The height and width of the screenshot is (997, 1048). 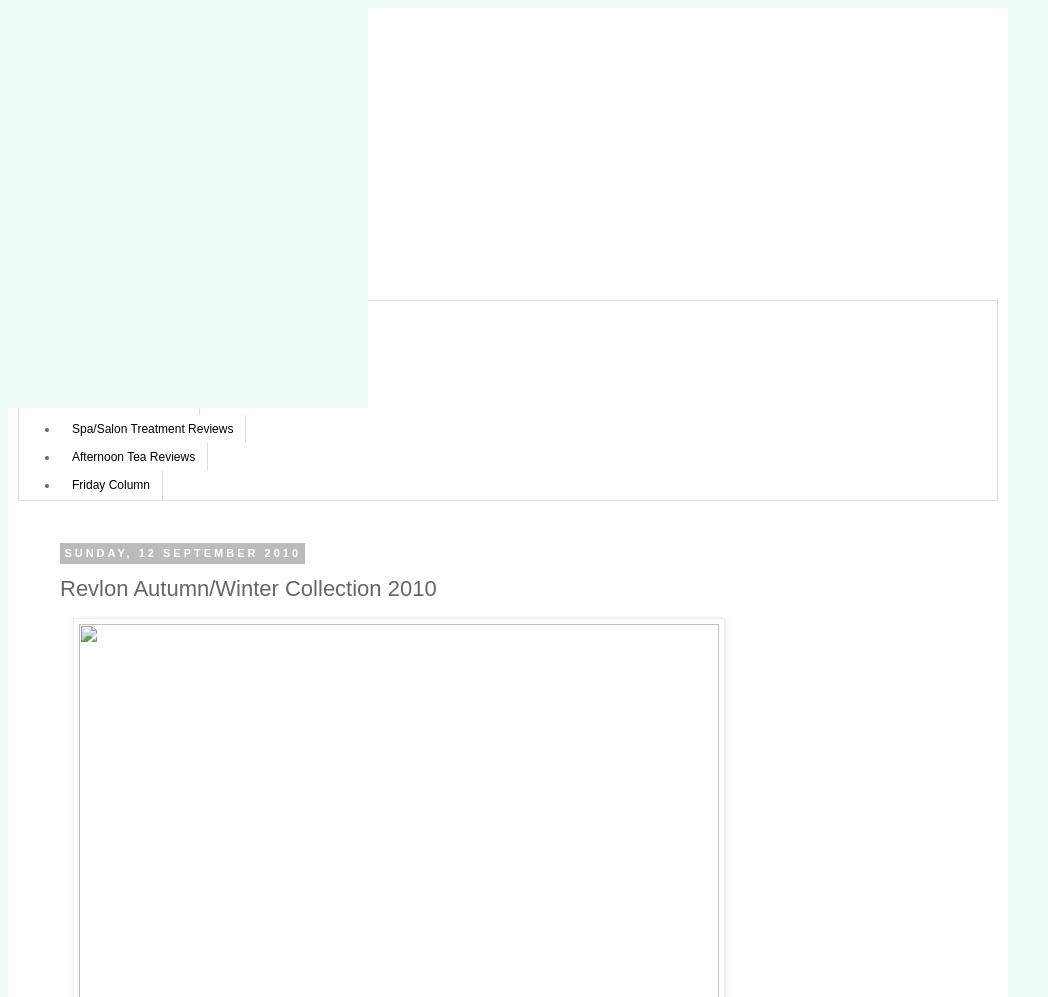 What do you see at coordinates (152, 427) in the screenshot?
I see `'Spa/Salon Treatment Reviews'` at bounding box center [152, 427].